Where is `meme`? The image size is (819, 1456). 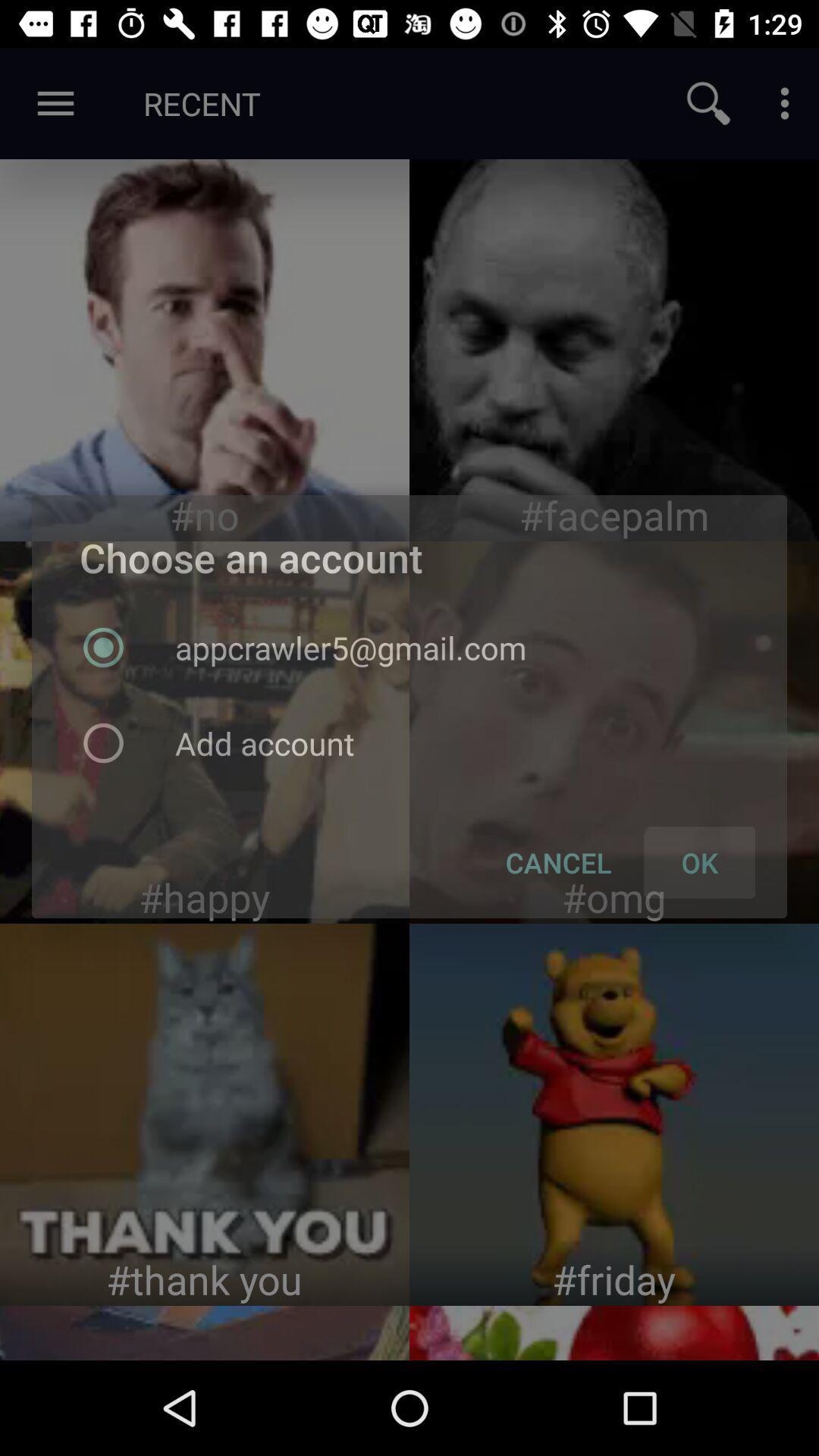
meme is located at coordinates (205, 1114).